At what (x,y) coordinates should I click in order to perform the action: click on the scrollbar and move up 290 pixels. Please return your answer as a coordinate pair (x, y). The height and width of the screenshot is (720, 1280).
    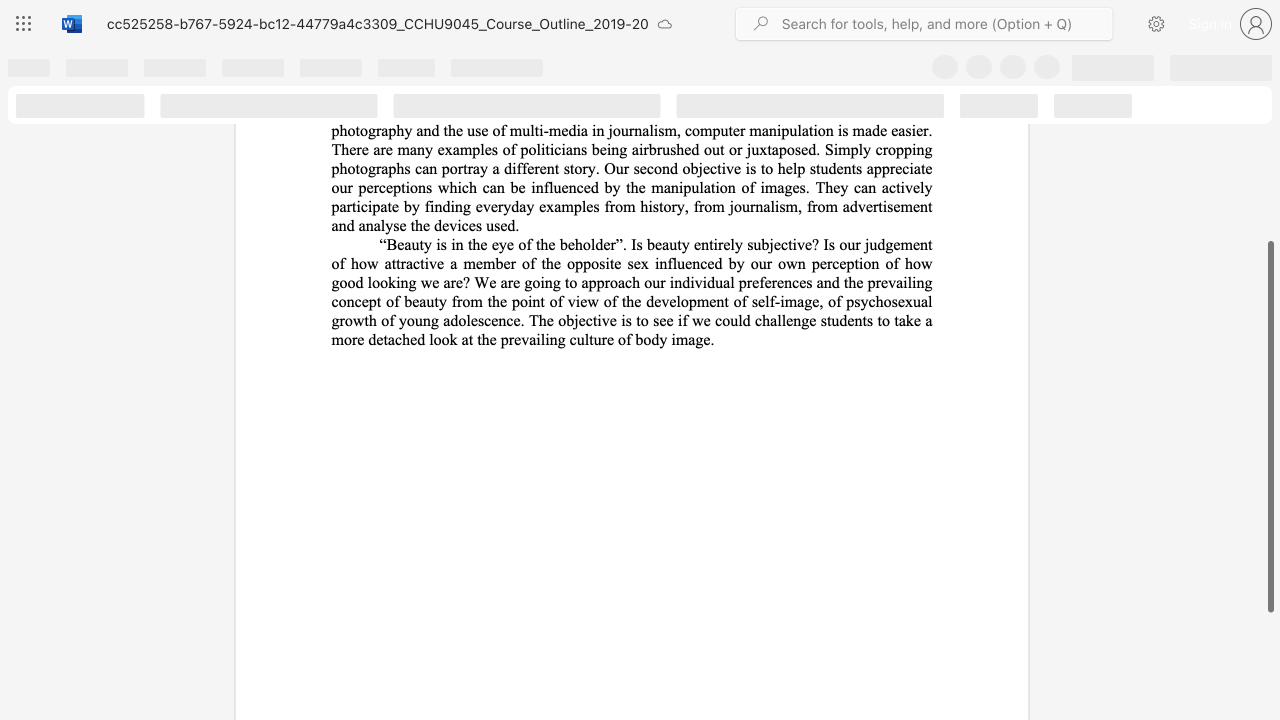
    Looking at the image, I should click on (1269, 426).